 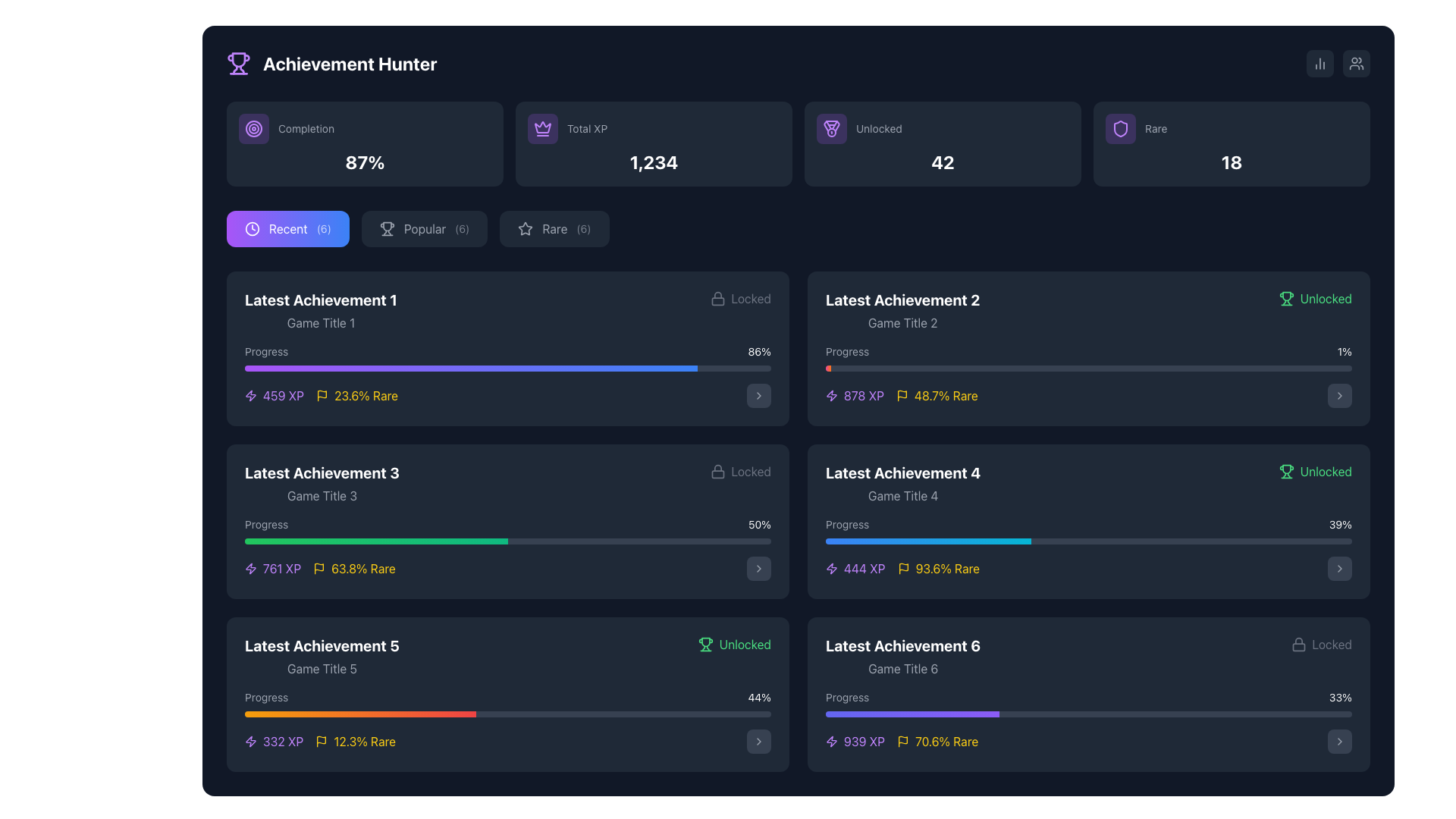 What do you see at coordinates (1285, 470) in the screenshot?
I see `the green trophy icon located next to the 'Unlocked' text in the 'Latest Achievement 6' section` at bounding box center [1285, 470].